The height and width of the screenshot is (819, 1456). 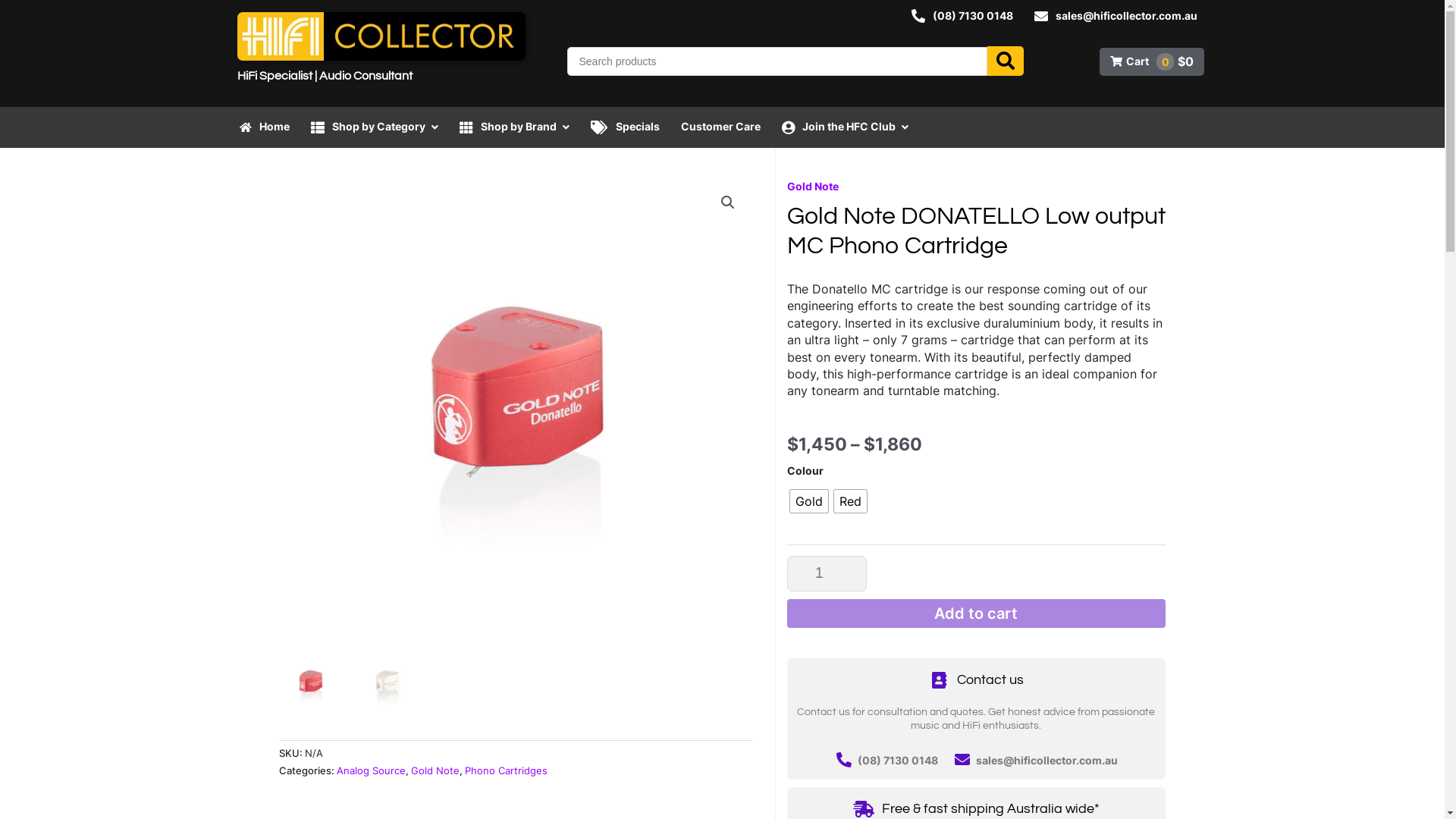 What do you see at coordinates (411, 770) in the screenshot?
I see `'Gold Note'` at bounding box center [411, 770].